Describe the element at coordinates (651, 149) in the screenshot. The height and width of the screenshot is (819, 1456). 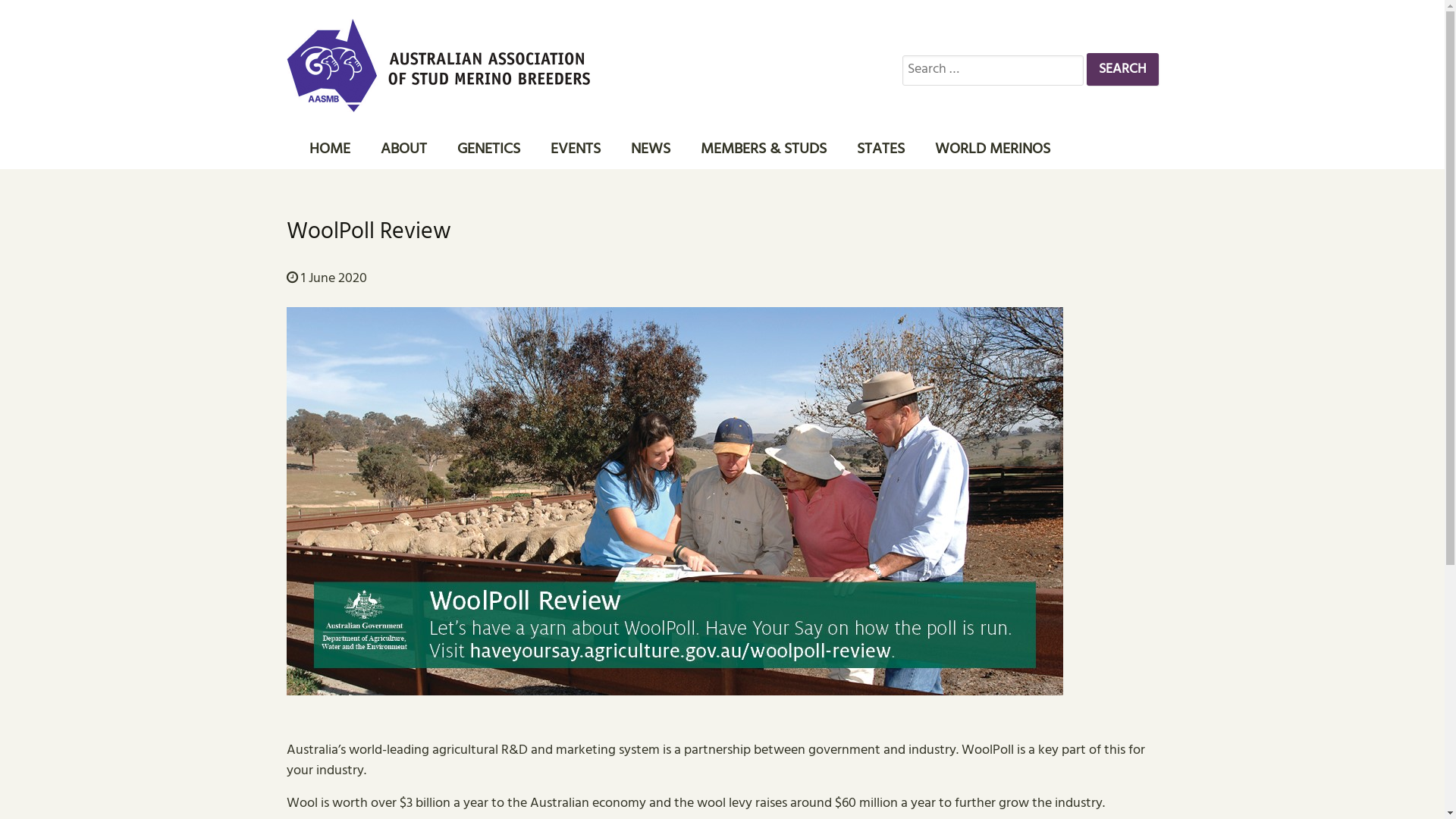
I see `'NEWS'` at that location.